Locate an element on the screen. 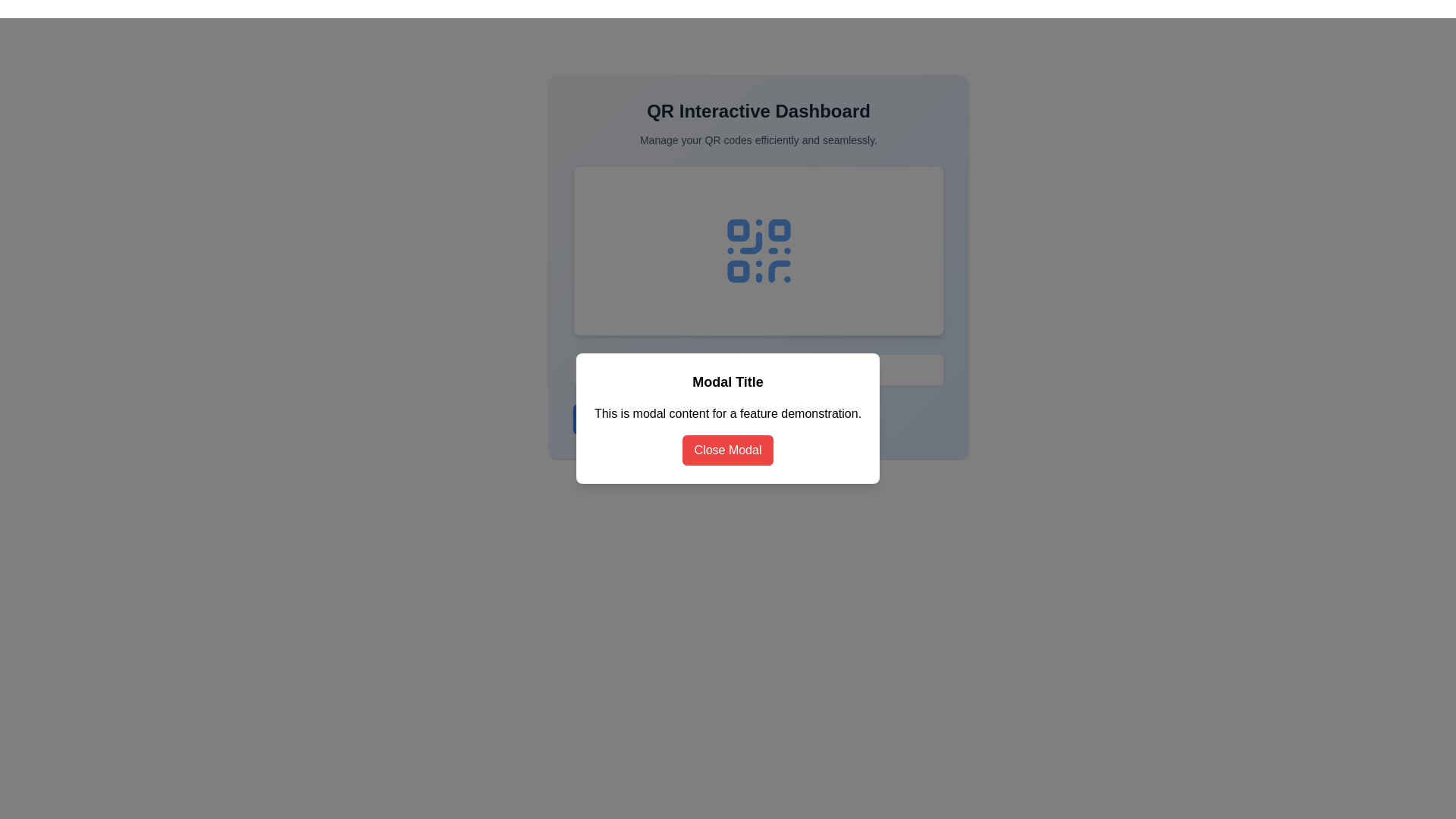  the second square in a QR-like graphic located at the top-center of the modal dialog is located at coordinates (779, 230).